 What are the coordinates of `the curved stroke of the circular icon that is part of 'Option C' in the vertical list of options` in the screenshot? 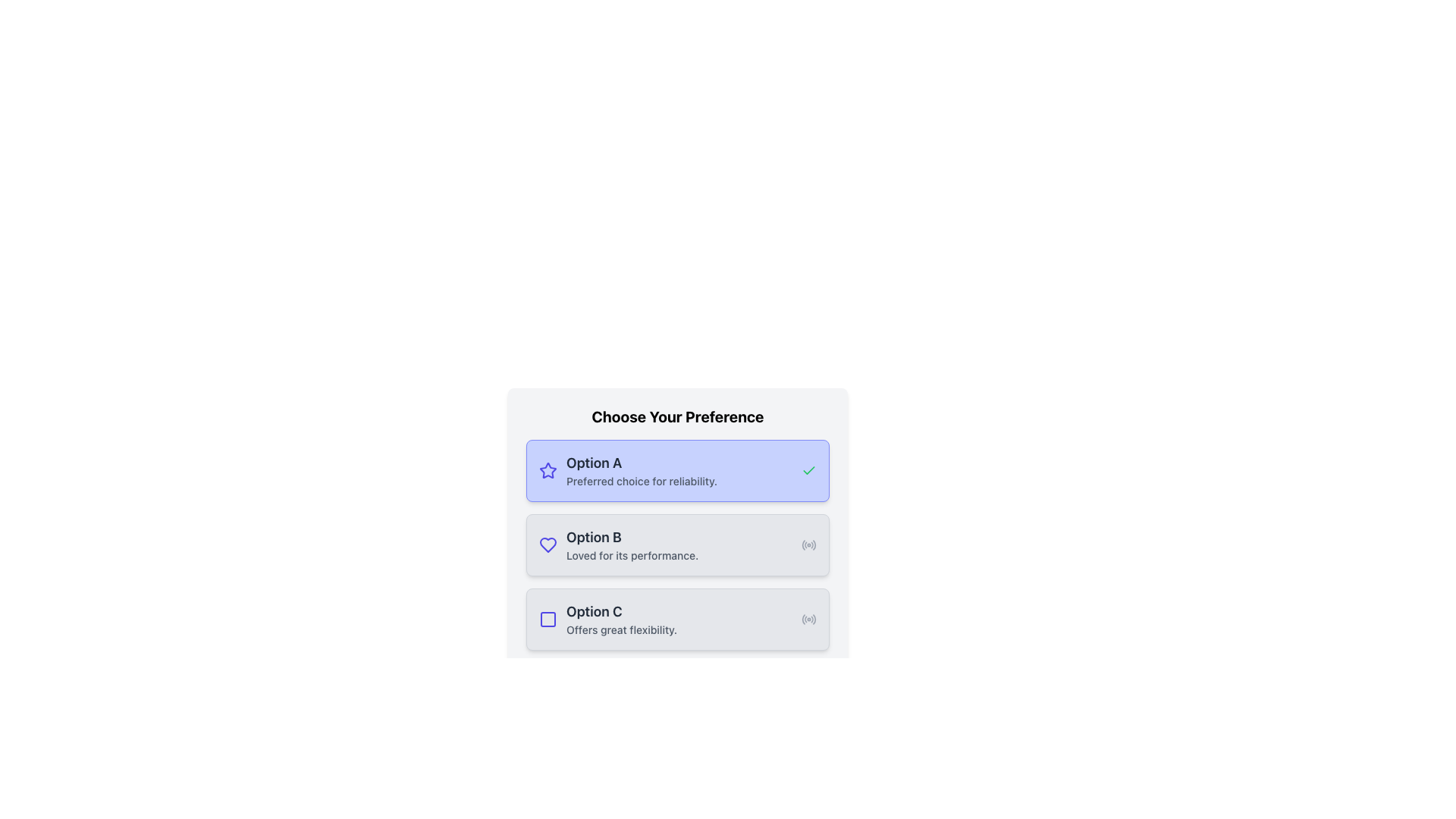 It's located at (802, 620).